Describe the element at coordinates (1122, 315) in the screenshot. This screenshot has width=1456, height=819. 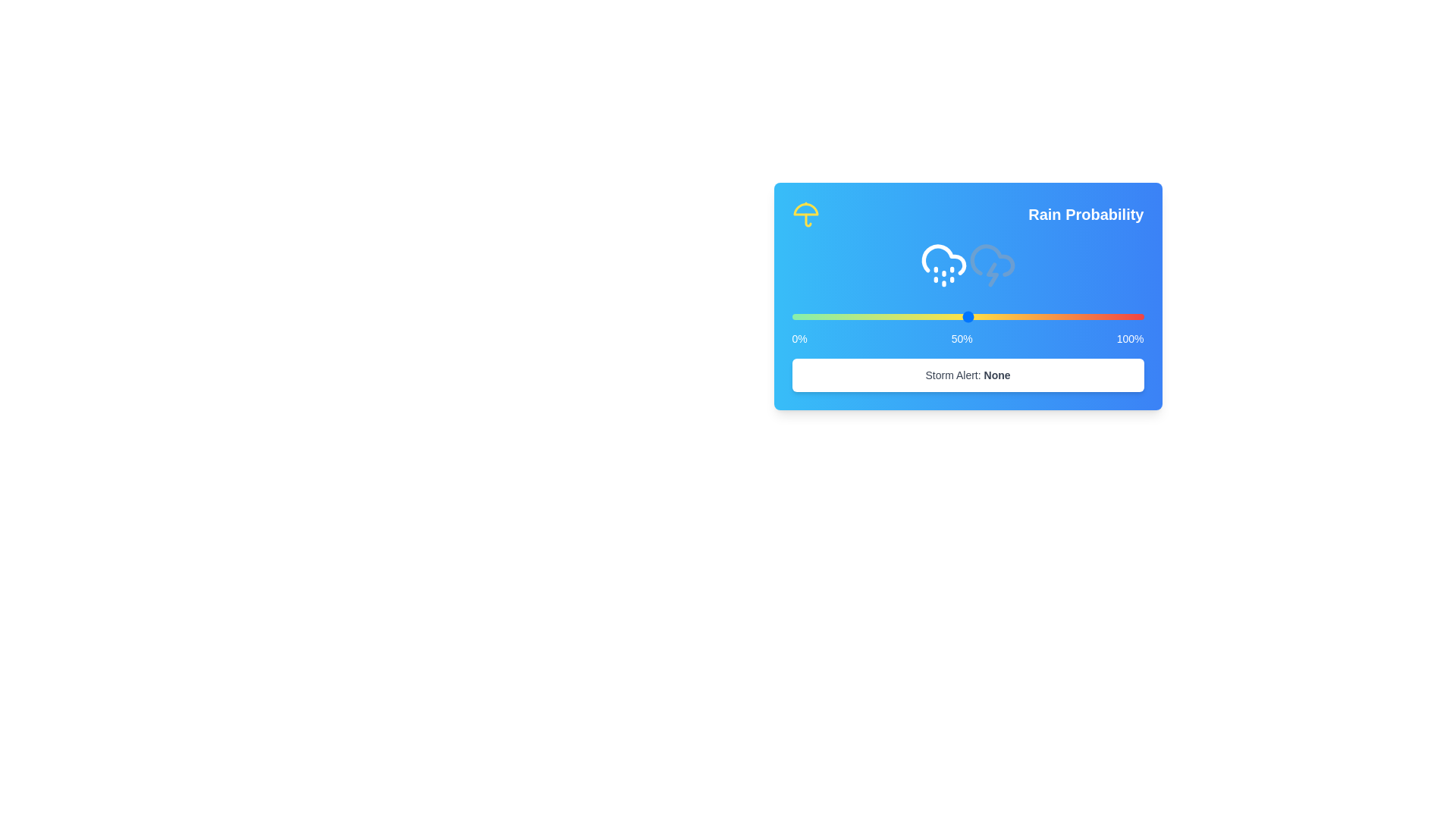
I see `the rain probability slider to 94%` at that location.